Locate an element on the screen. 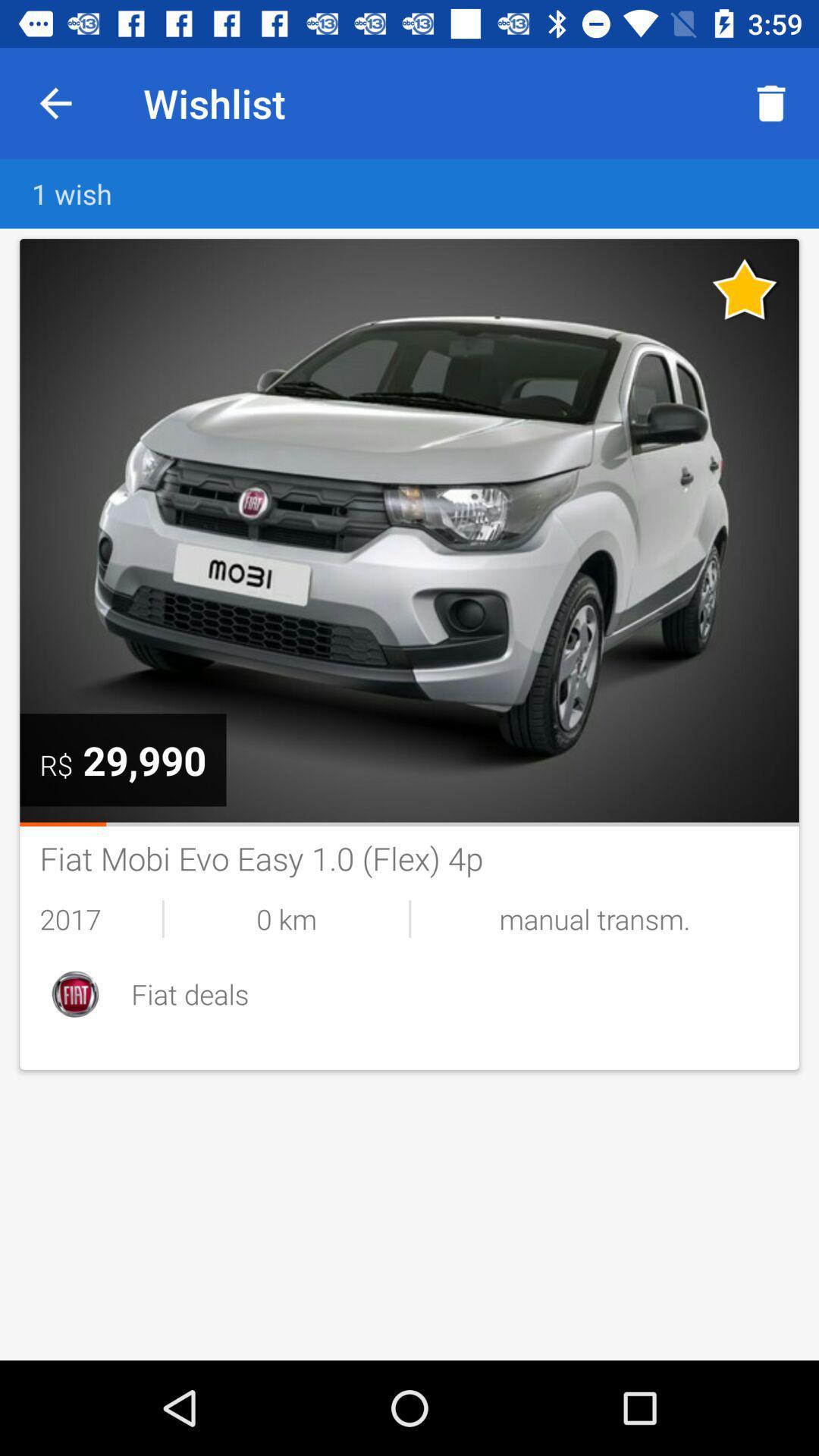 This screenshot has width=819, height=1456. the item below fiat mobi evo item is located at coordinates (594, 918).